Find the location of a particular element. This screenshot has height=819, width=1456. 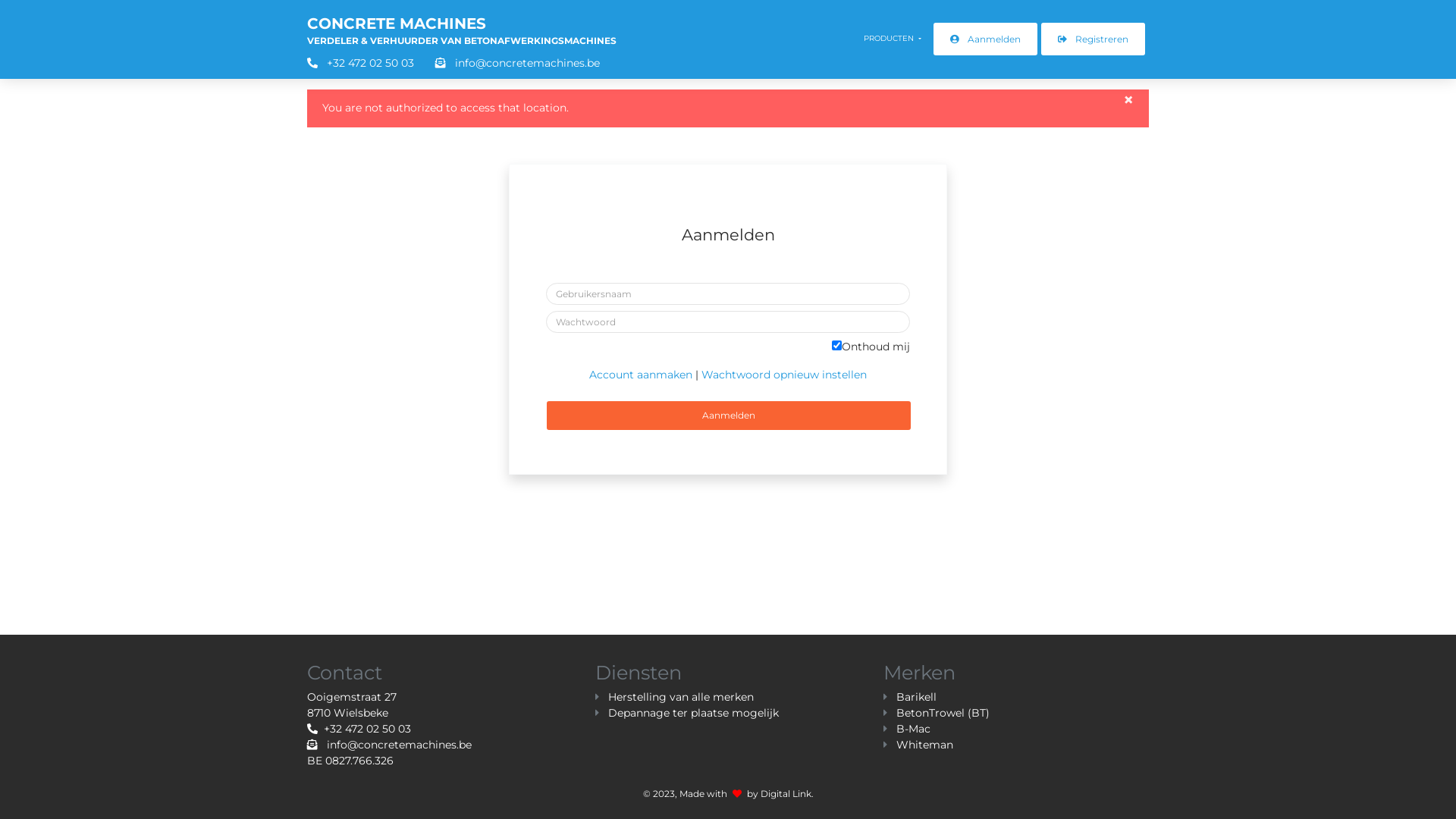

'Account aanmaken' is located at coordinates (588, 374).